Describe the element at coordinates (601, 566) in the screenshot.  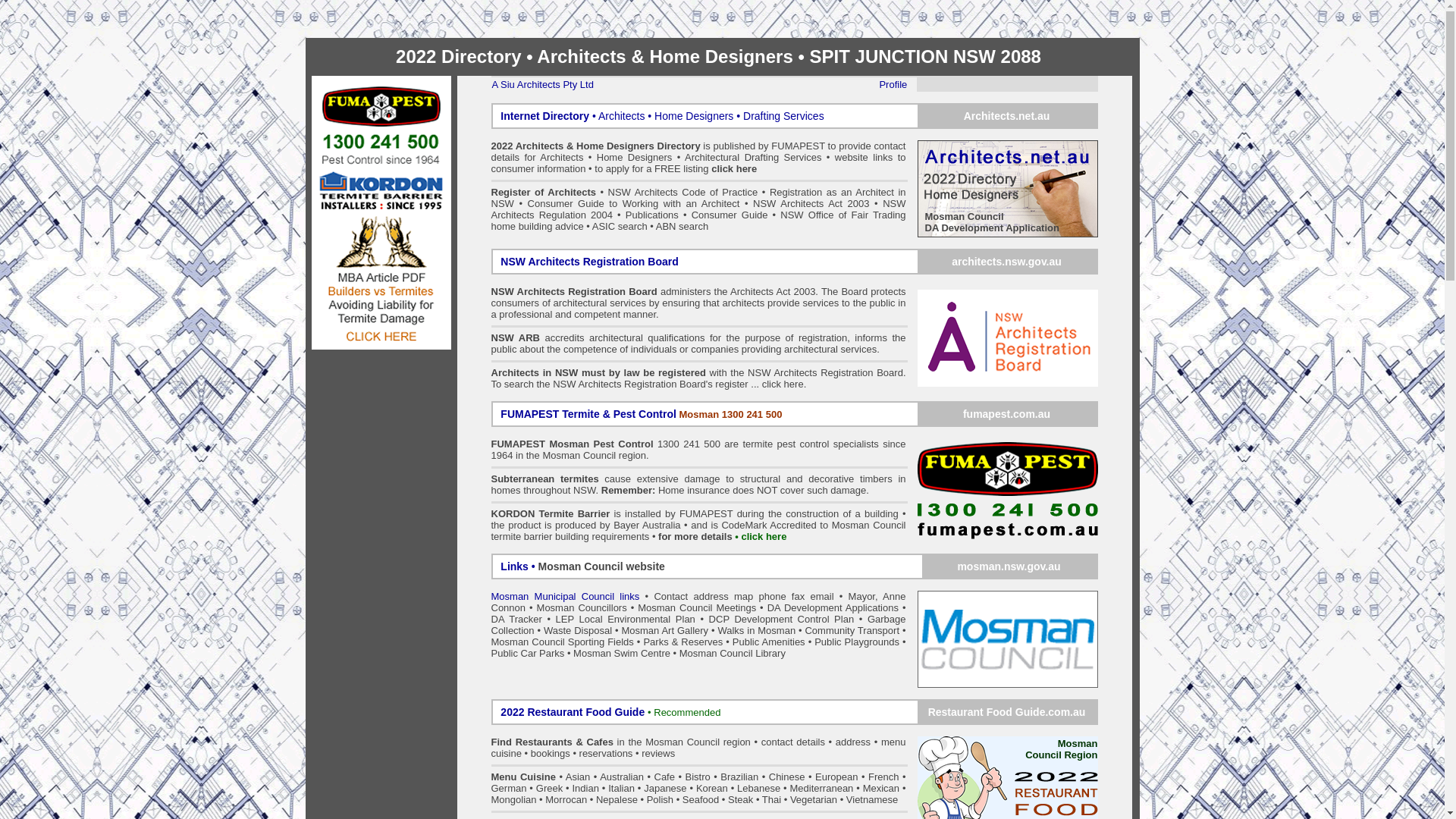
I see `'Mosman Council website'` at that location.